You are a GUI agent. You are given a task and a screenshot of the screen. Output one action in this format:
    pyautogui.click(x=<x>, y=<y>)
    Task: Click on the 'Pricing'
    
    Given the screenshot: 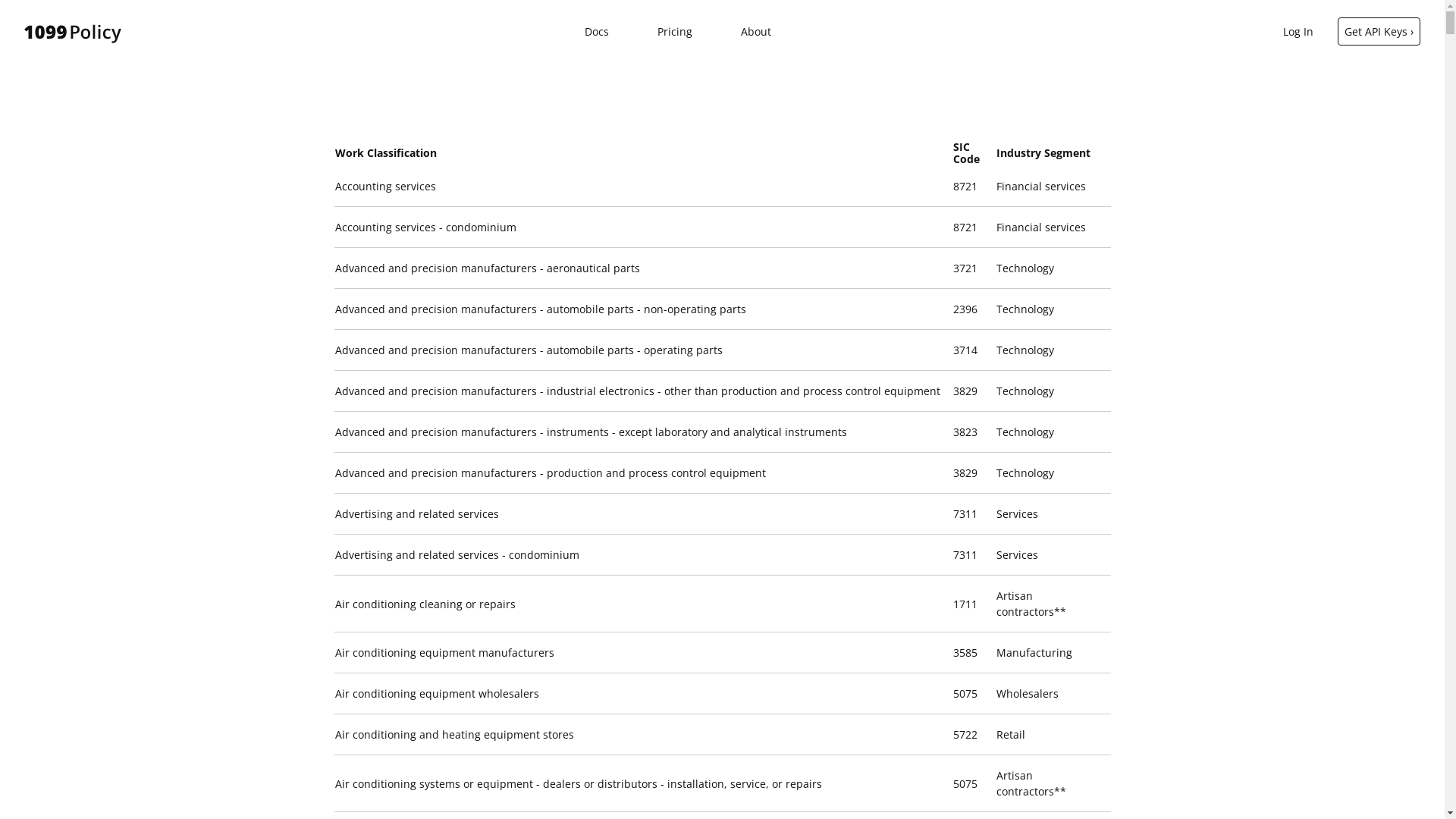 What is the action you would take?
    pyautogui.click(x=657, y=31)
    